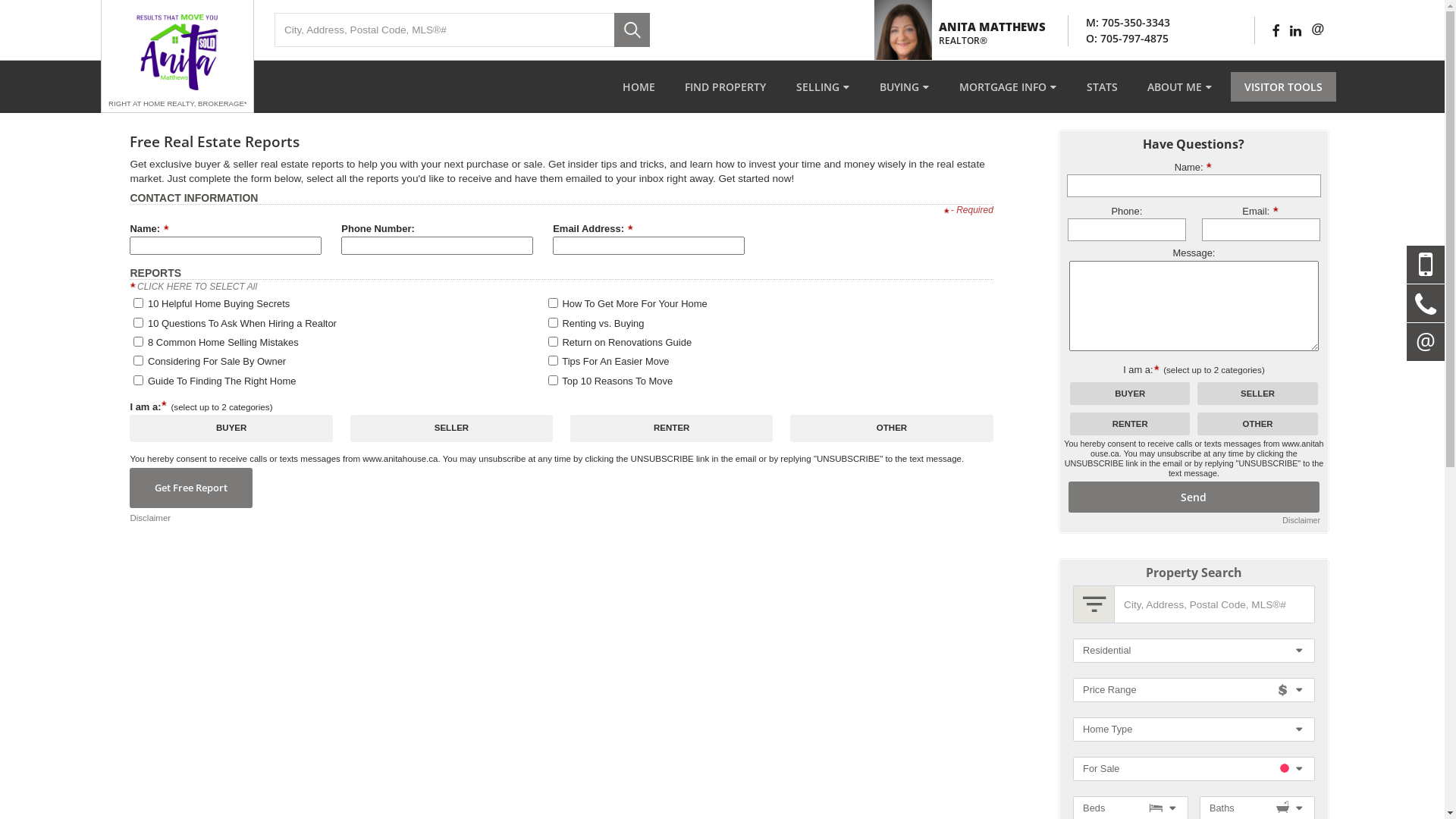  I want to click on 'BUYING', so click(904, 86).